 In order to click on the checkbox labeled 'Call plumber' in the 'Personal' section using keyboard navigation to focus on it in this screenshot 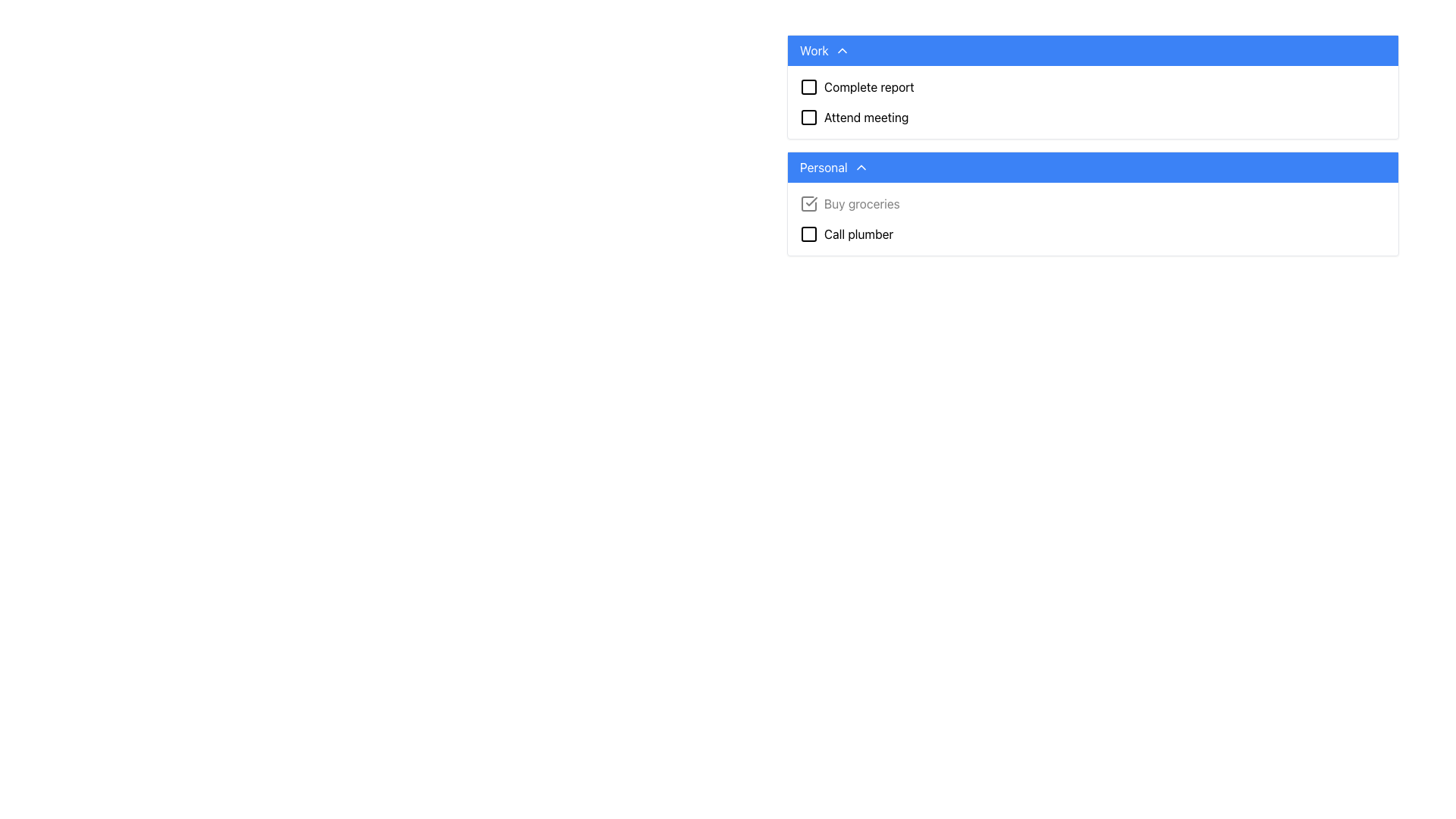, I will do `click(1093, 234)`.